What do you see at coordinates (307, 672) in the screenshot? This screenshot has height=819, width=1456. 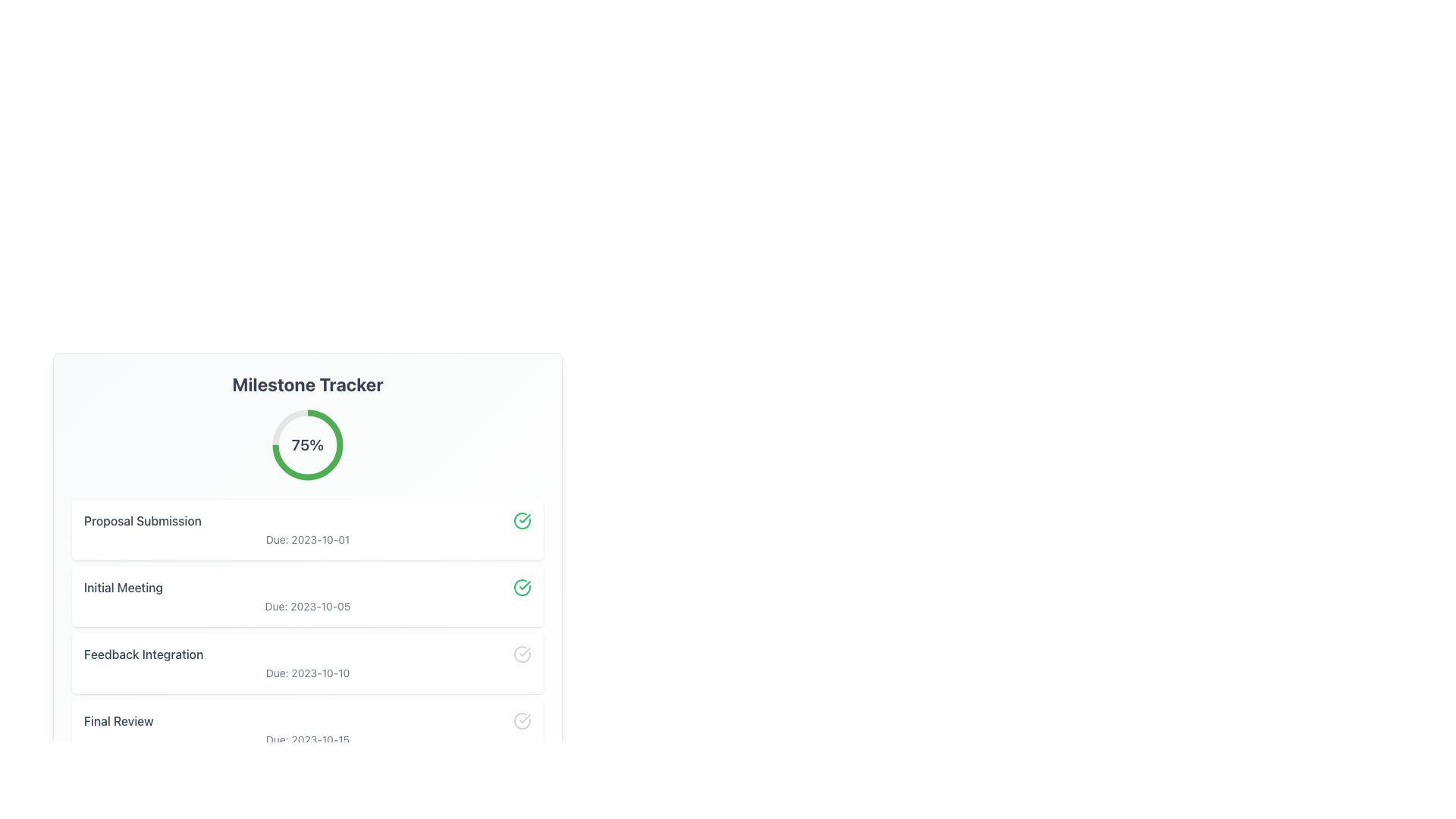 I see `the text label that informs users about the due date associated with the 'Feedback Integration' task` at bounding box center [307, 672].